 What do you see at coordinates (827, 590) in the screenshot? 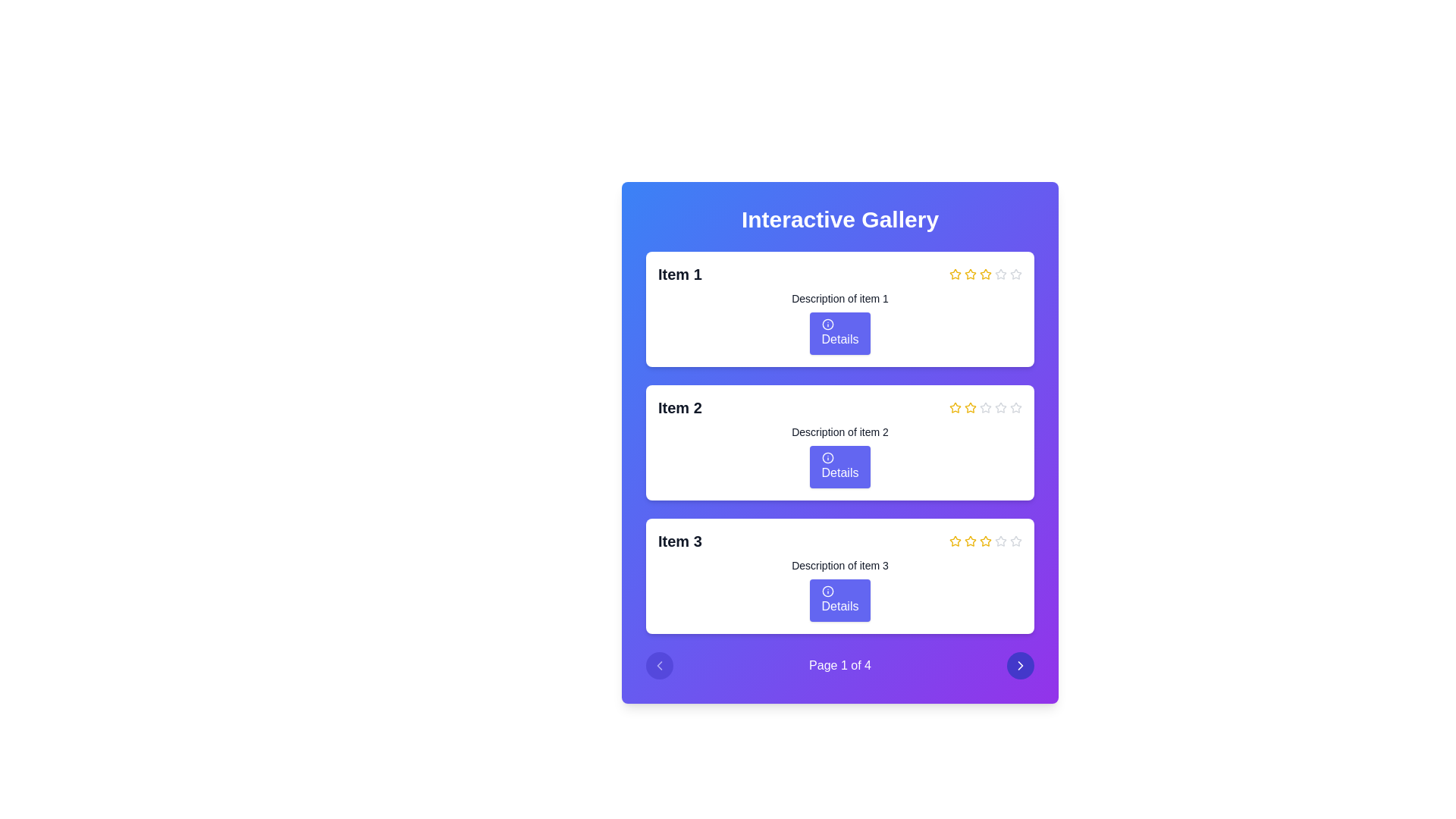
I see `the decorative icon inside the 'Details' button of the third item in the list, which serves as a visual cue for users to click` at bounding box center [827, 590].